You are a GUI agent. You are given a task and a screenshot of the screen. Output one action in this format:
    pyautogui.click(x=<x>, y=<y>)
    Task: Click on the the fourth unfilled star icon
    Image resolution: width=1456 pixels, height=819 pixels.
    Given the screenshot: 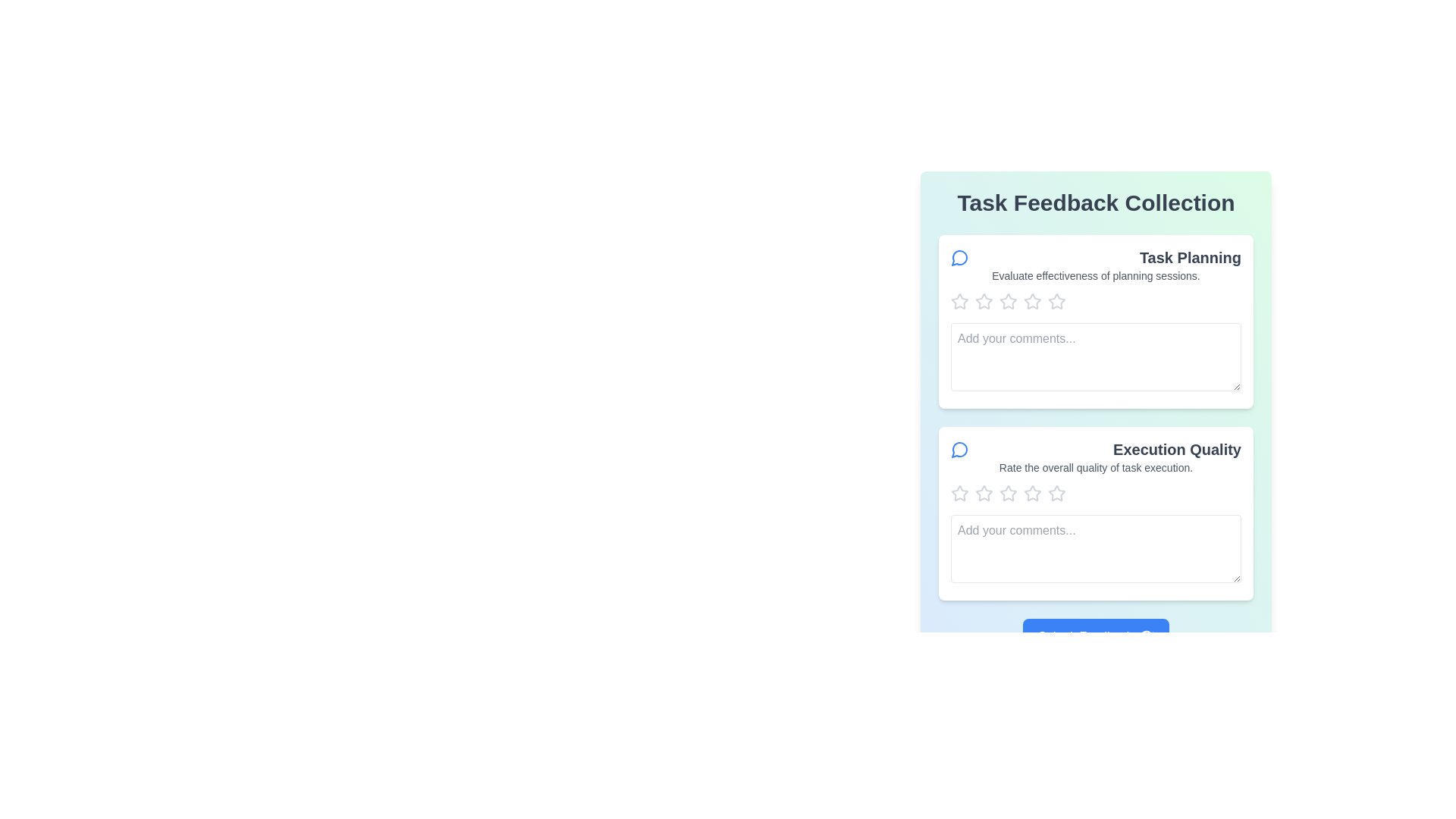 What is the action you would take?
    pyautogui.click(x=1008, y=301)
    